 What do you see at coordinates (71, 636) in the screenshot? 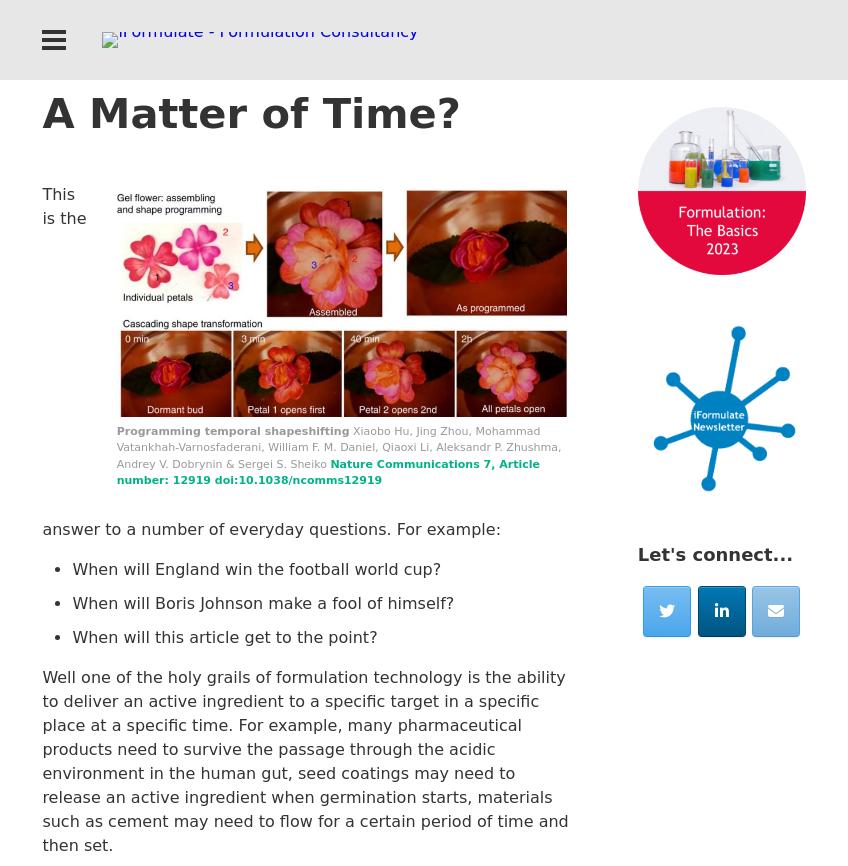
I see `'When will this article get to the point?'` at bounding box center [71, 636].